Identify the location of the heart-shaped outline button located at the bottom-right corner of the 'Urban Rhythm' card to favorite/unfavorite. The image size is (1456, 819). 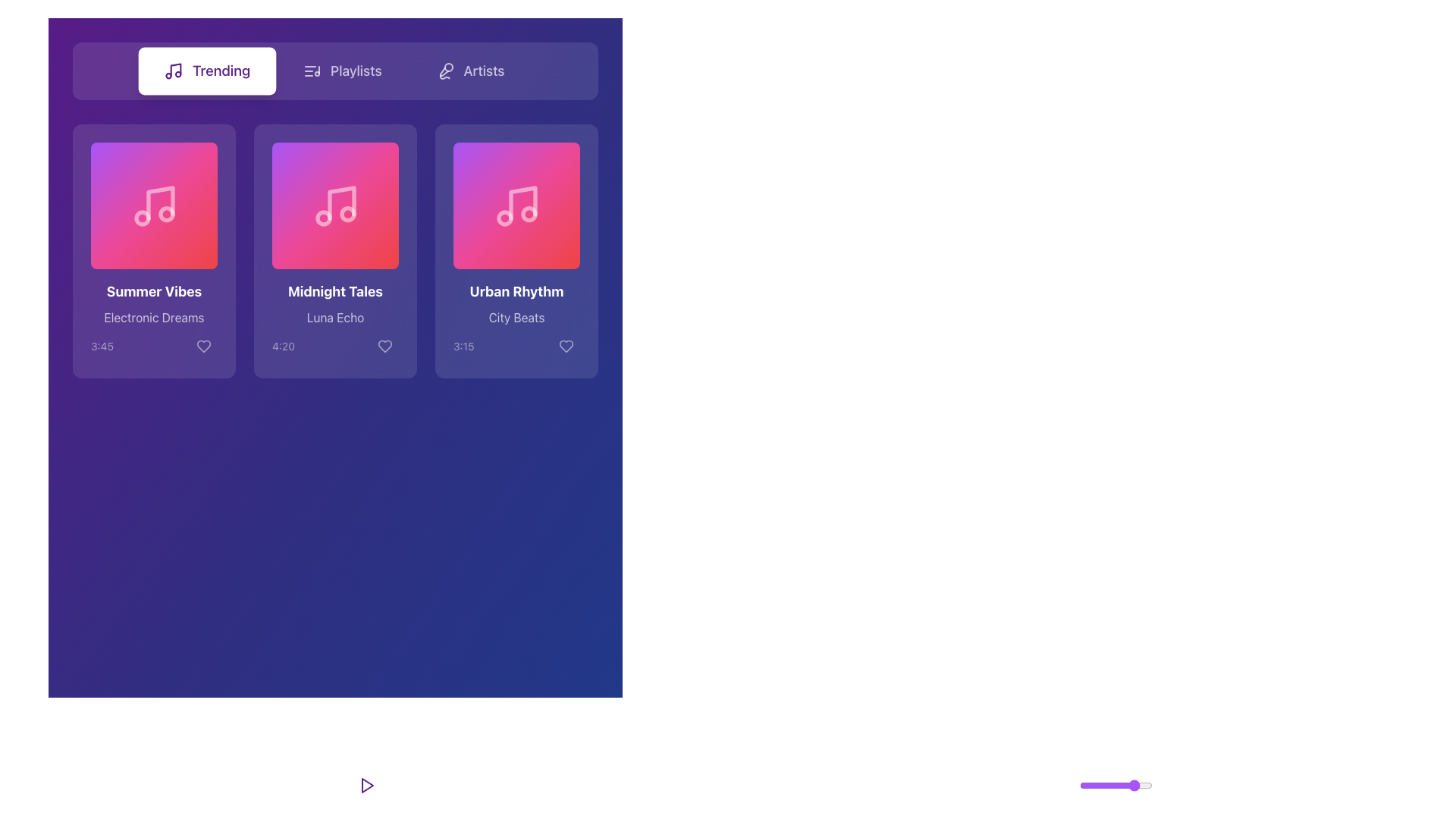
(566, 346).